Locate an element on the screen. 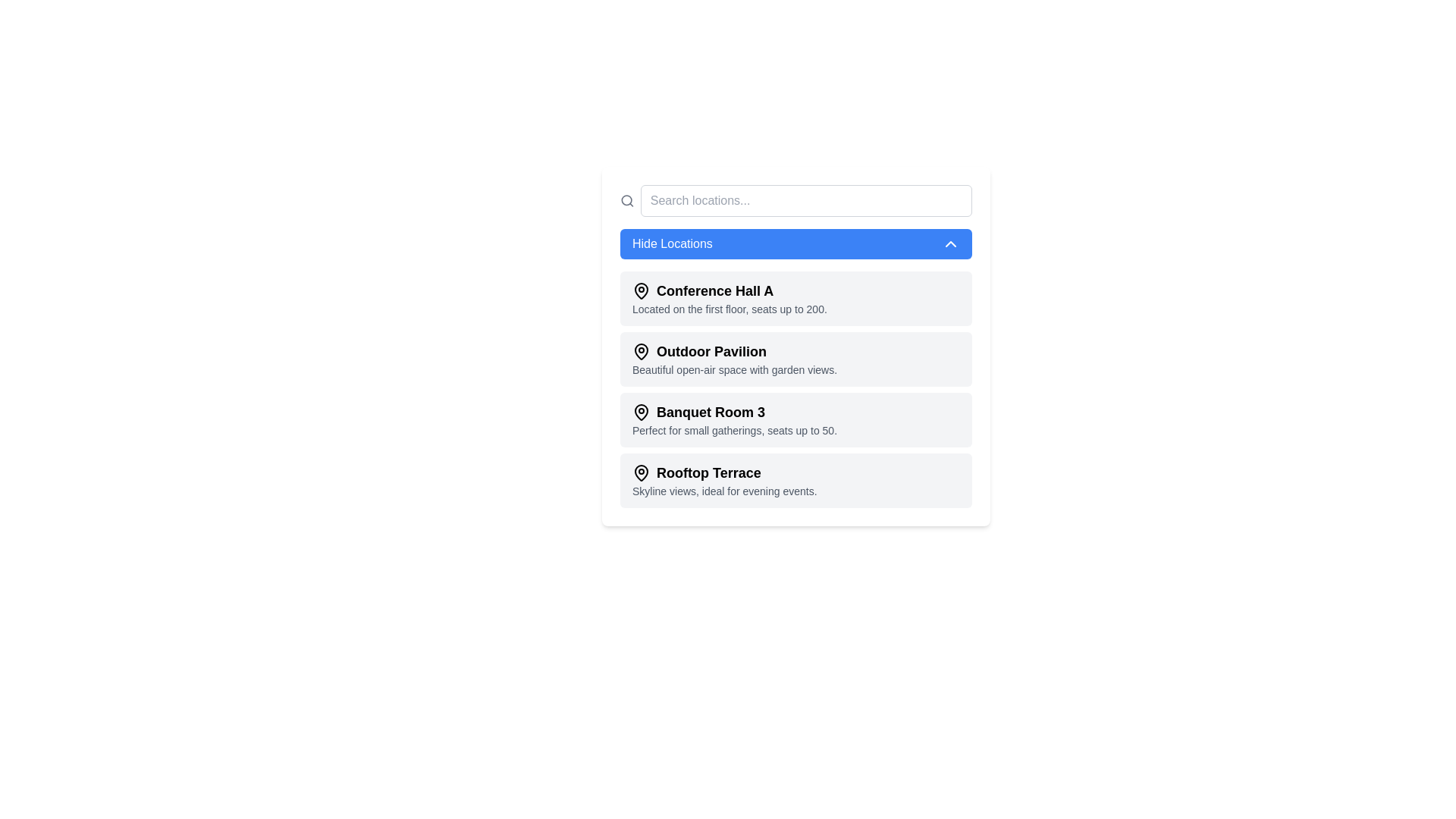 This screenshot has height=819, width=1456. the icon located on the far-right side of the blue button labeled 'Hide Locations' is located at coordinates (949, 243).